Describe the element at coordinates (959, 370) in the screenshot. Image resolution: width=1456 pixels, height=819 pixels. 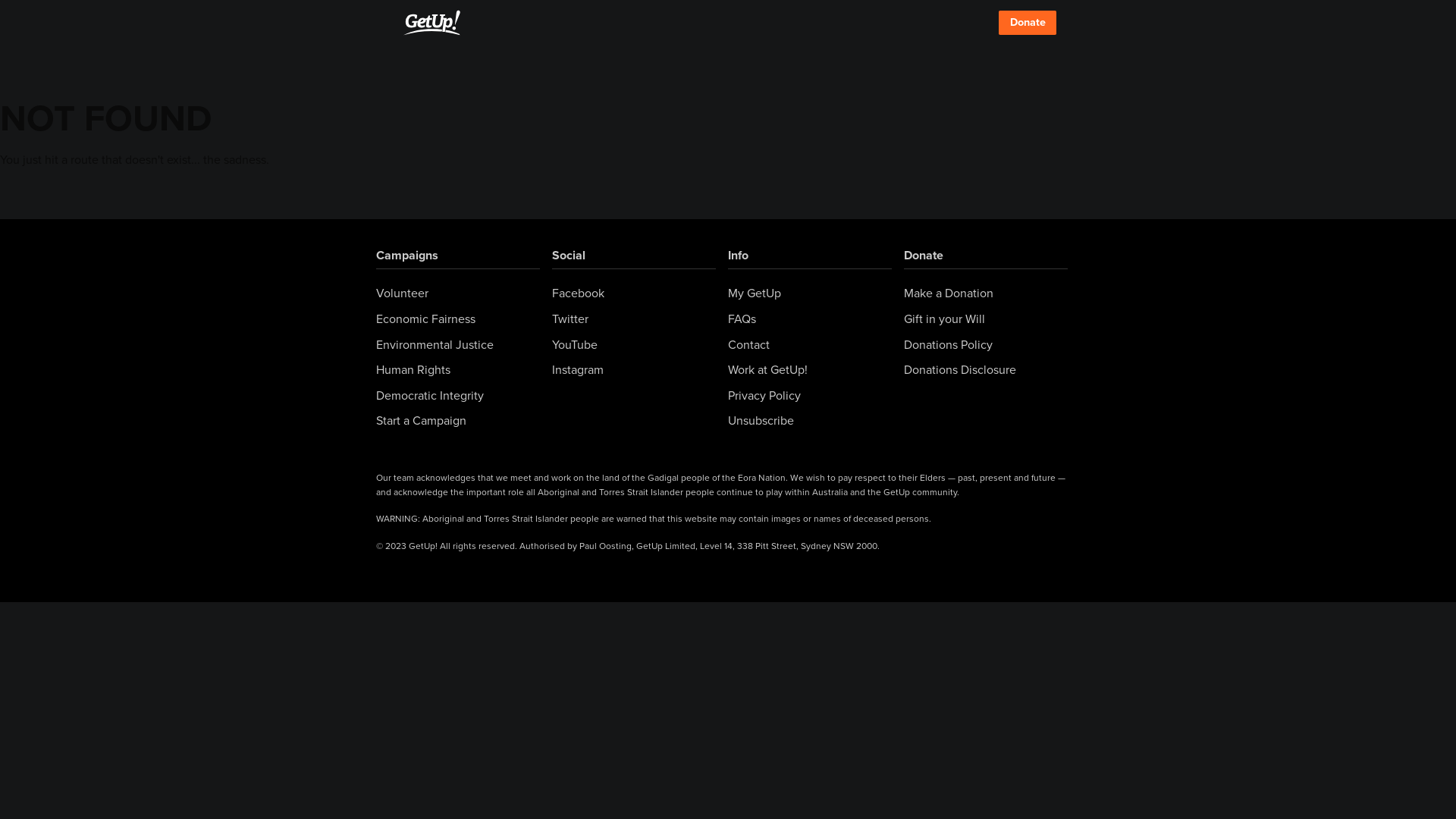
I see `'Donations Disclosure'` at that location.